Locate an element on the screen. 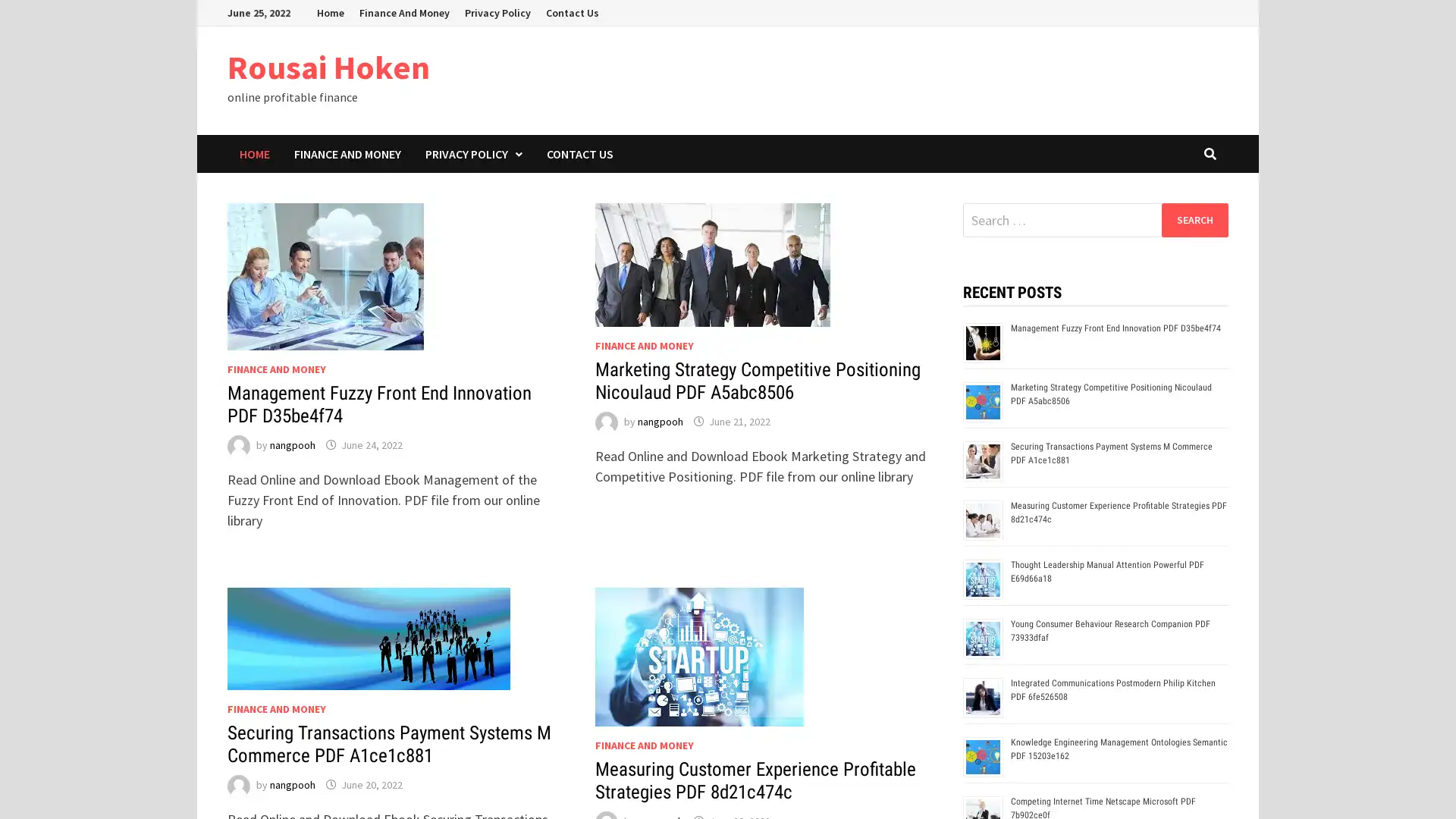  Search is located at coordinates (1194, 219).